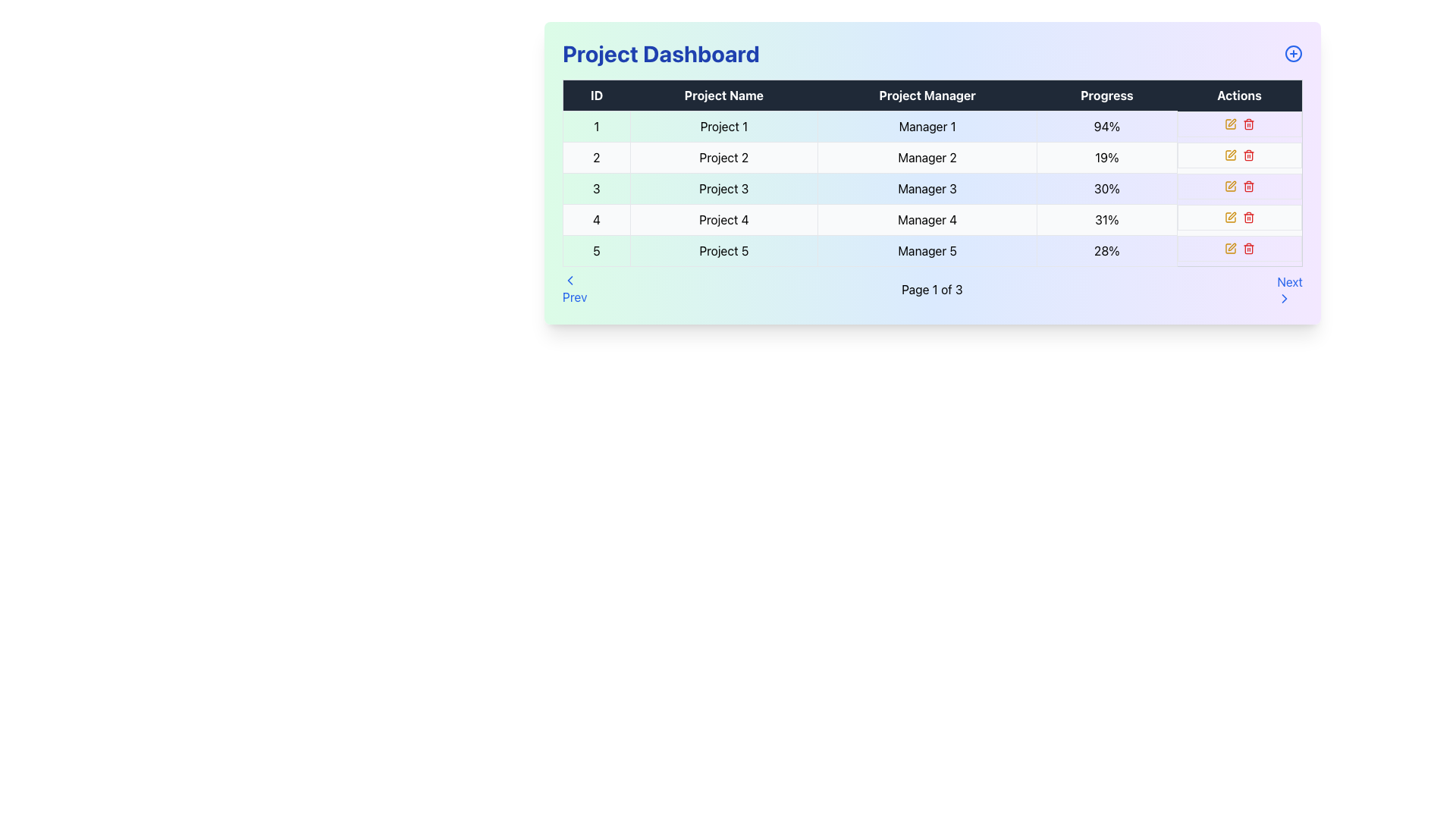 The height and width of the screenshot is (819, 1456). I want to click on the fifth row in the data table that displays information for 'Project 5', its manager, and performance percentage, so click(931, 250).